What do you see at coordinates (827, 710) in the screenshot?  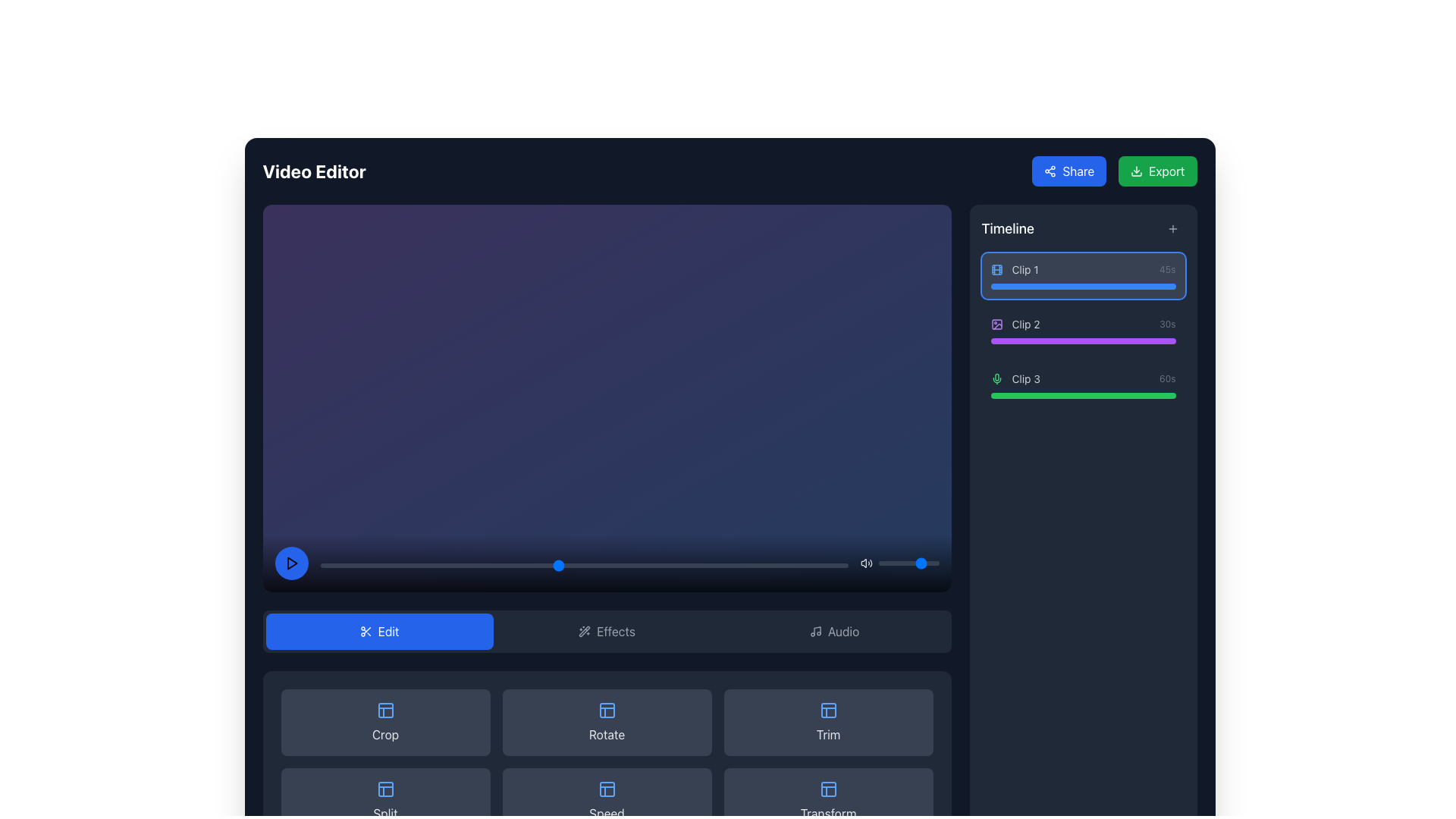 I see `the icon inside the 'Trim' button` at bounding box center [827, 710].